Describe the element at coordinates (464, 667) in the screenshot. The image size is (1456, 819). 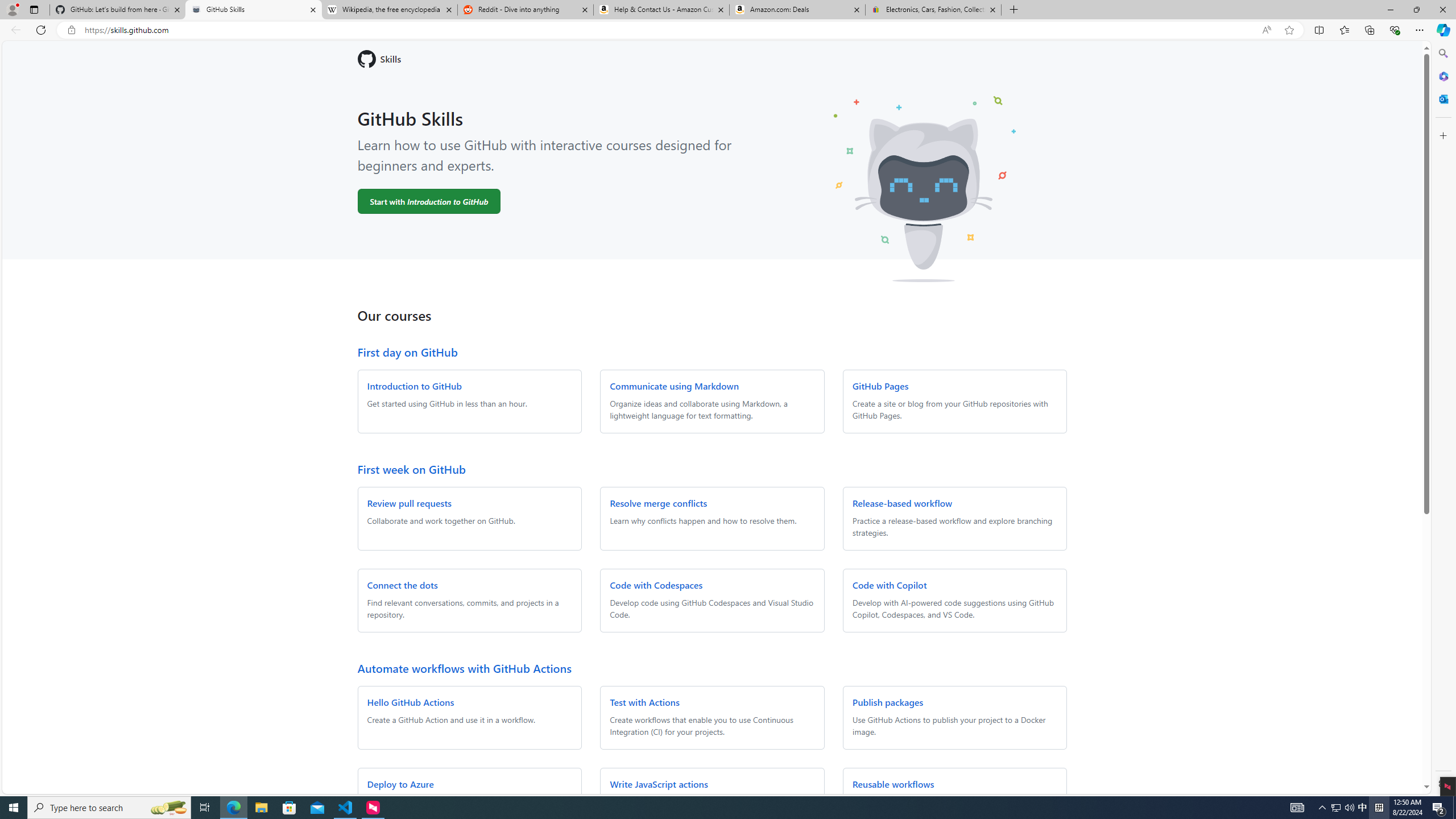
I see `'Automate workflows with GitHub Actions'` at that location.